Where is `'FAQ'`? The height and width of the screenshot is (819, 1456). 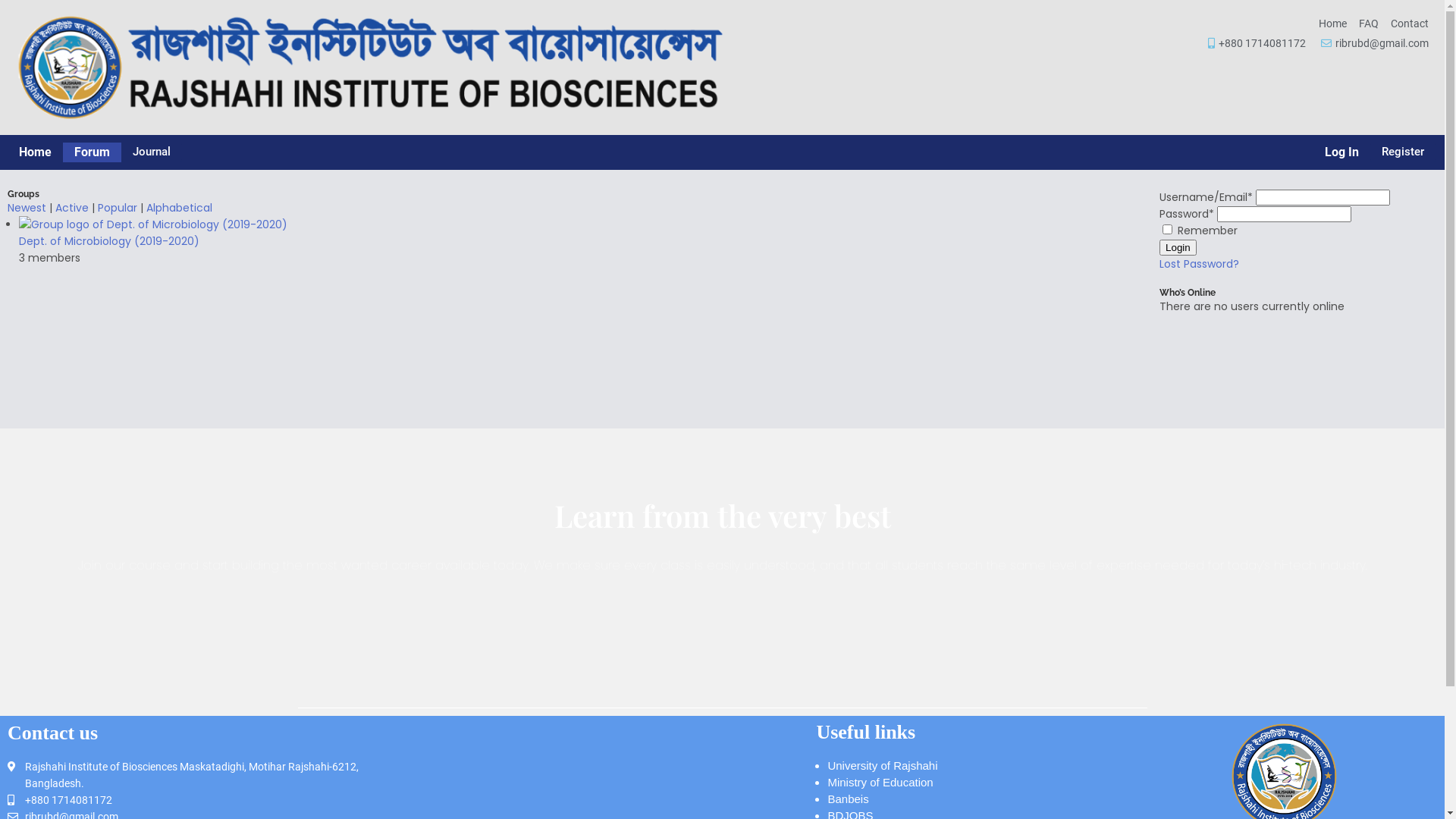 'FAQ' is located at coordinates (1368, 23).